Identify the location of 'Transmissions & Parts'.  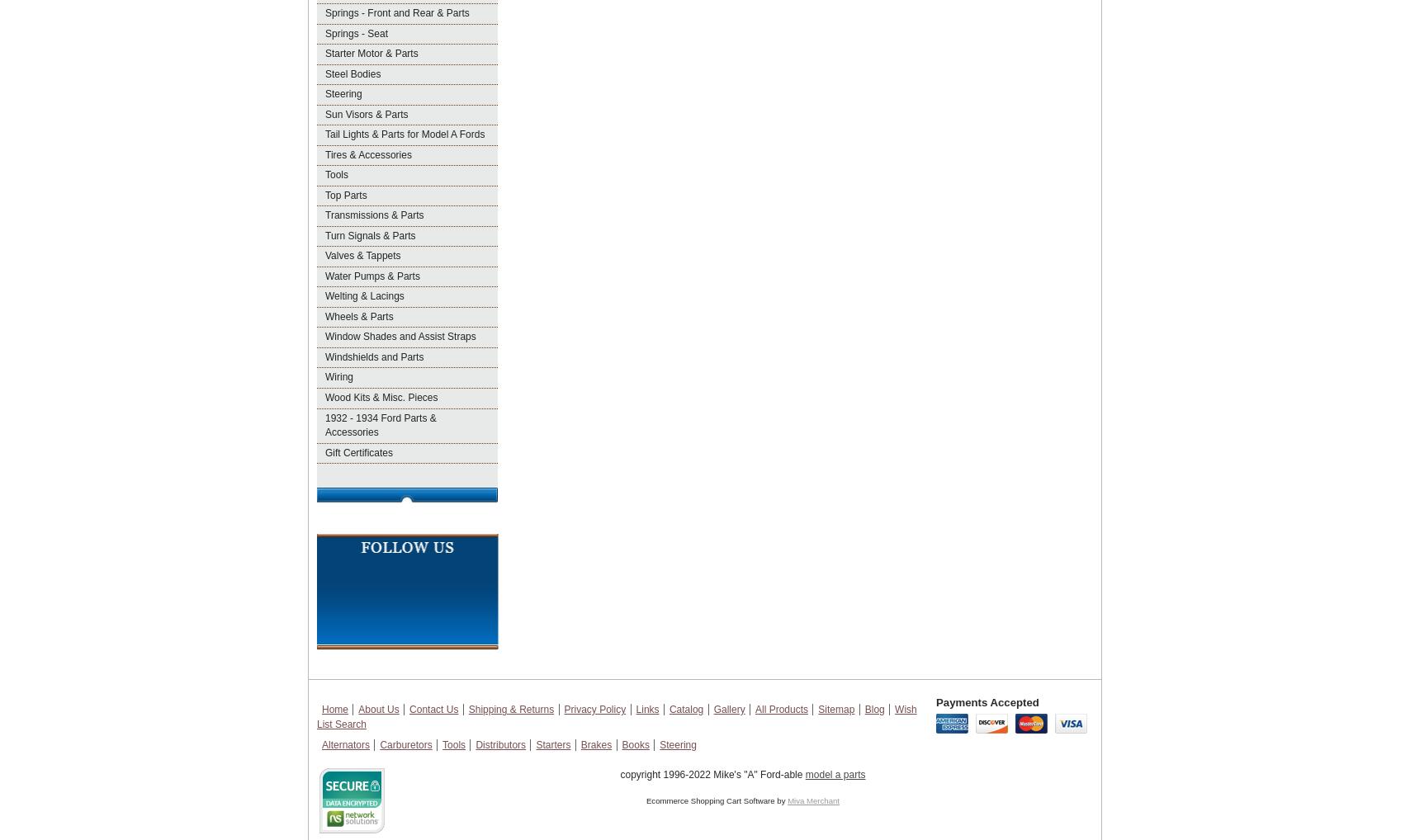
(374, 215).